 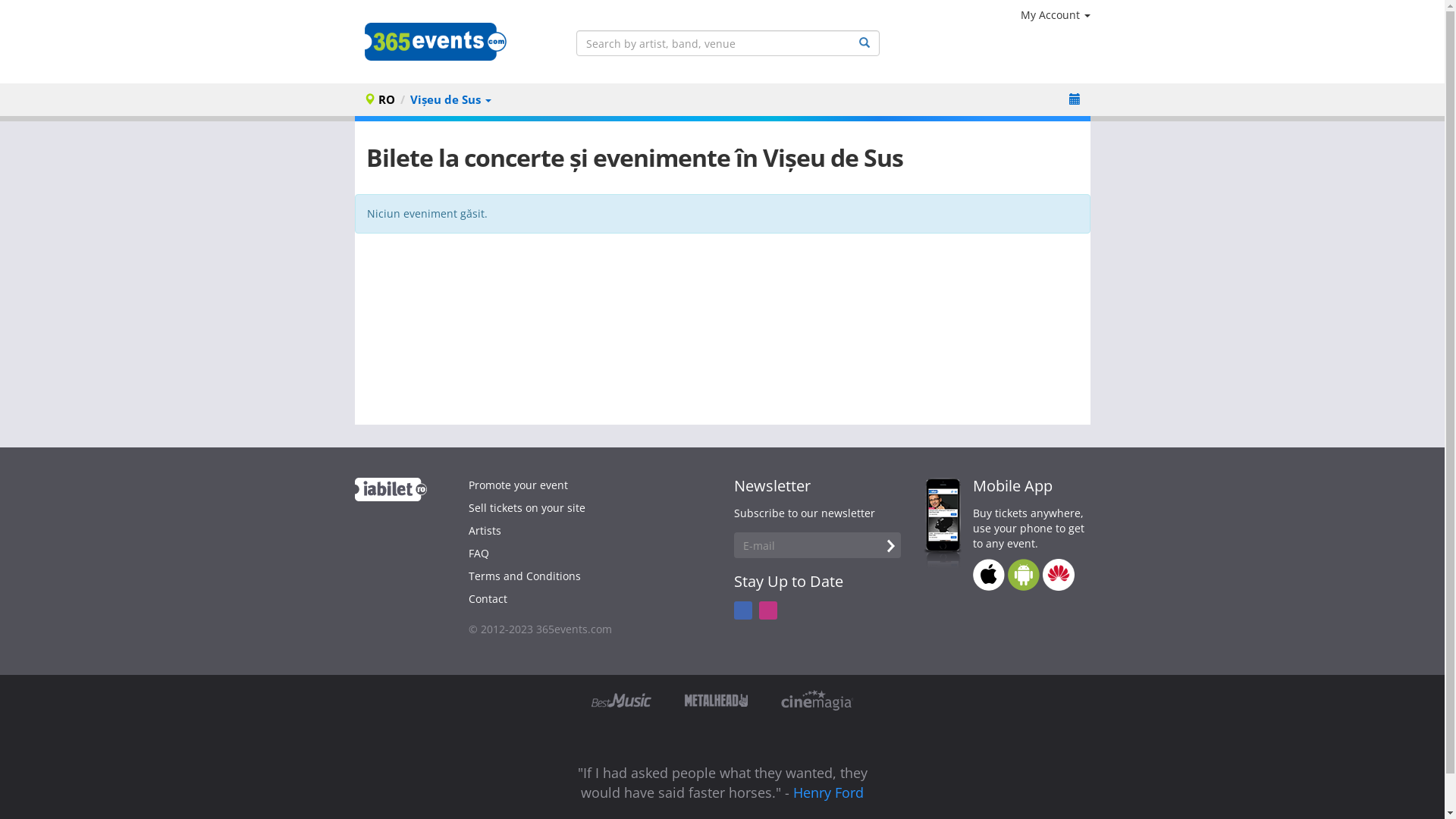 I want to click on 'Terms and Conditions', so click(x=468, y=576).